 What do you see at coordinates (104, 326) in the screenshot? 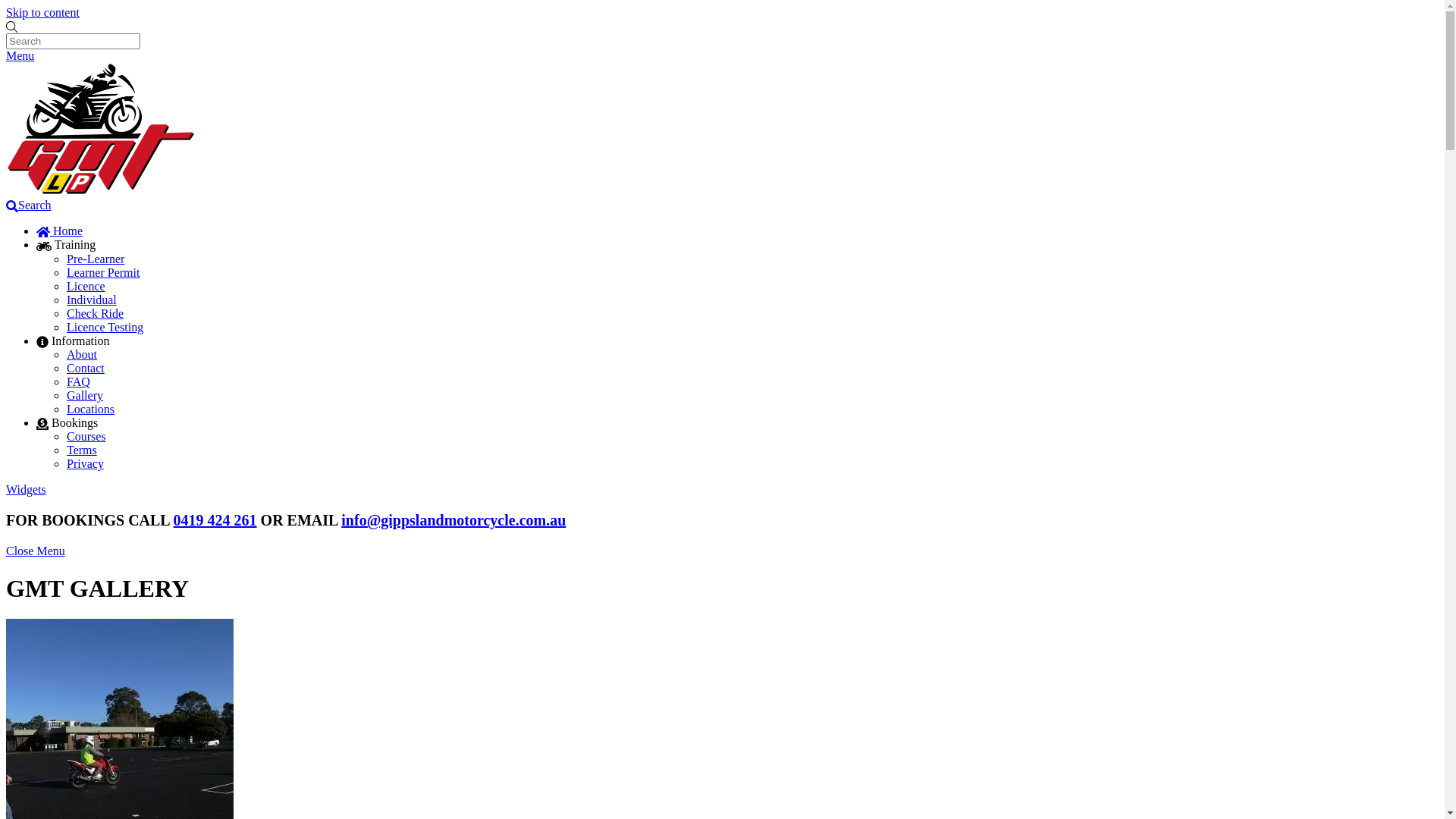
I see `'Licence Testing'` at bounding box center [104, 326].